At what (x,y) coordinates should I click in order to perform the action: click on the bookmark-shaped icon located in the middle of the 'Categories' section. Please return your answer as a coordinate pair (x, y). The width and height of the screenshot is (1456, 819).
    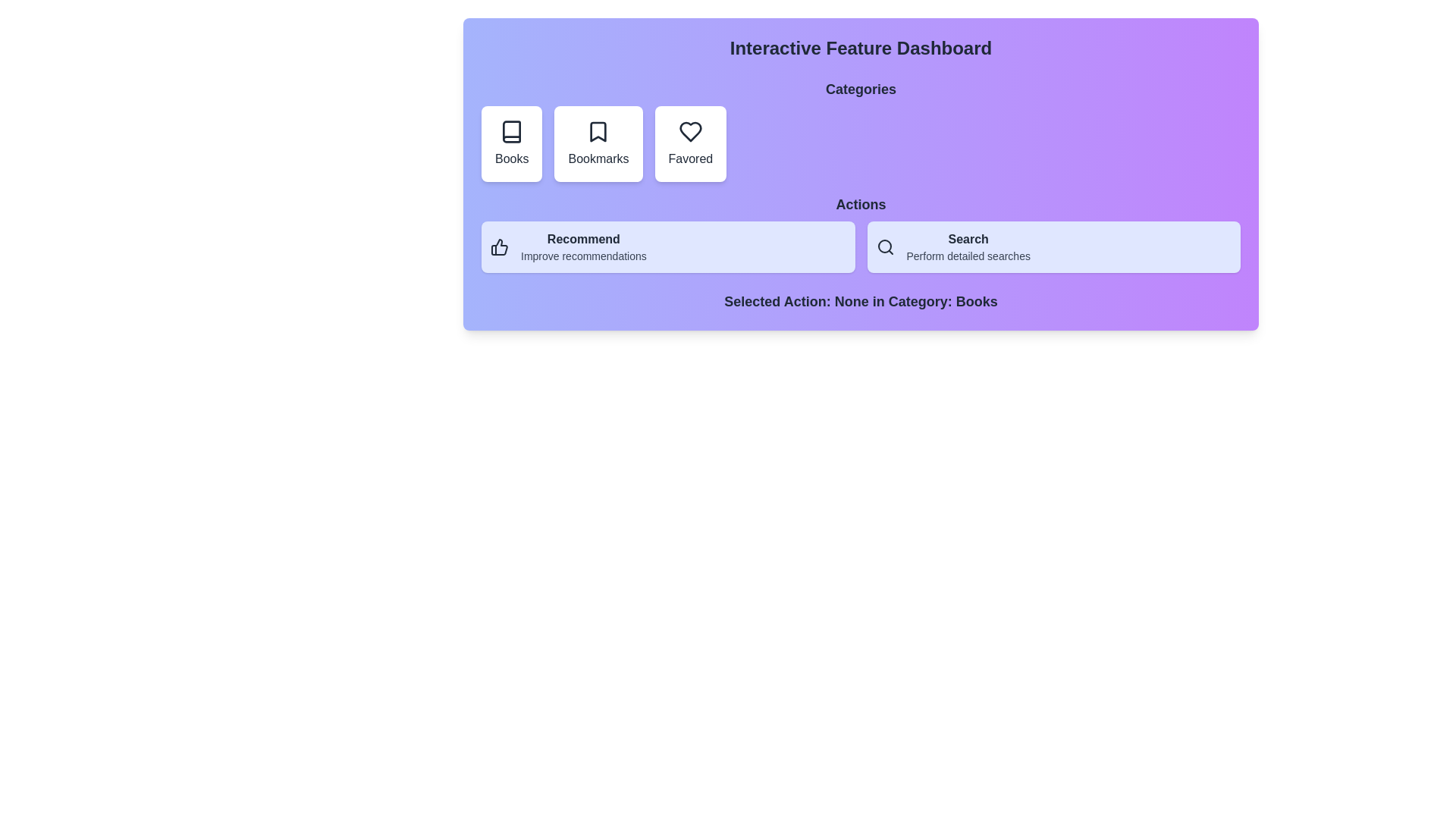
    Looking at the image, I should click on (598, 130).